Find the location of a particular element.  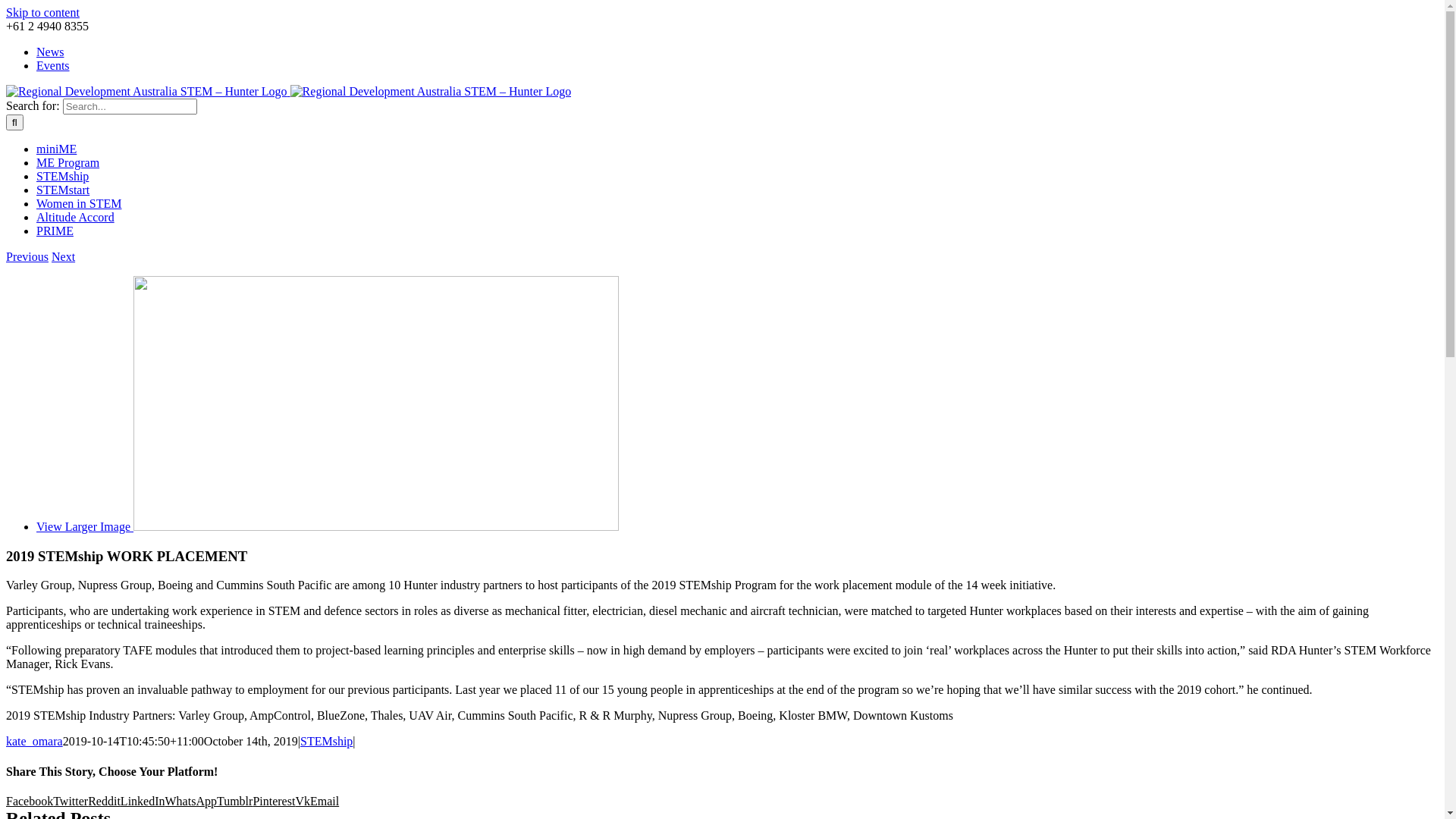

'Skip to content' is located at coordinates (42, 12).